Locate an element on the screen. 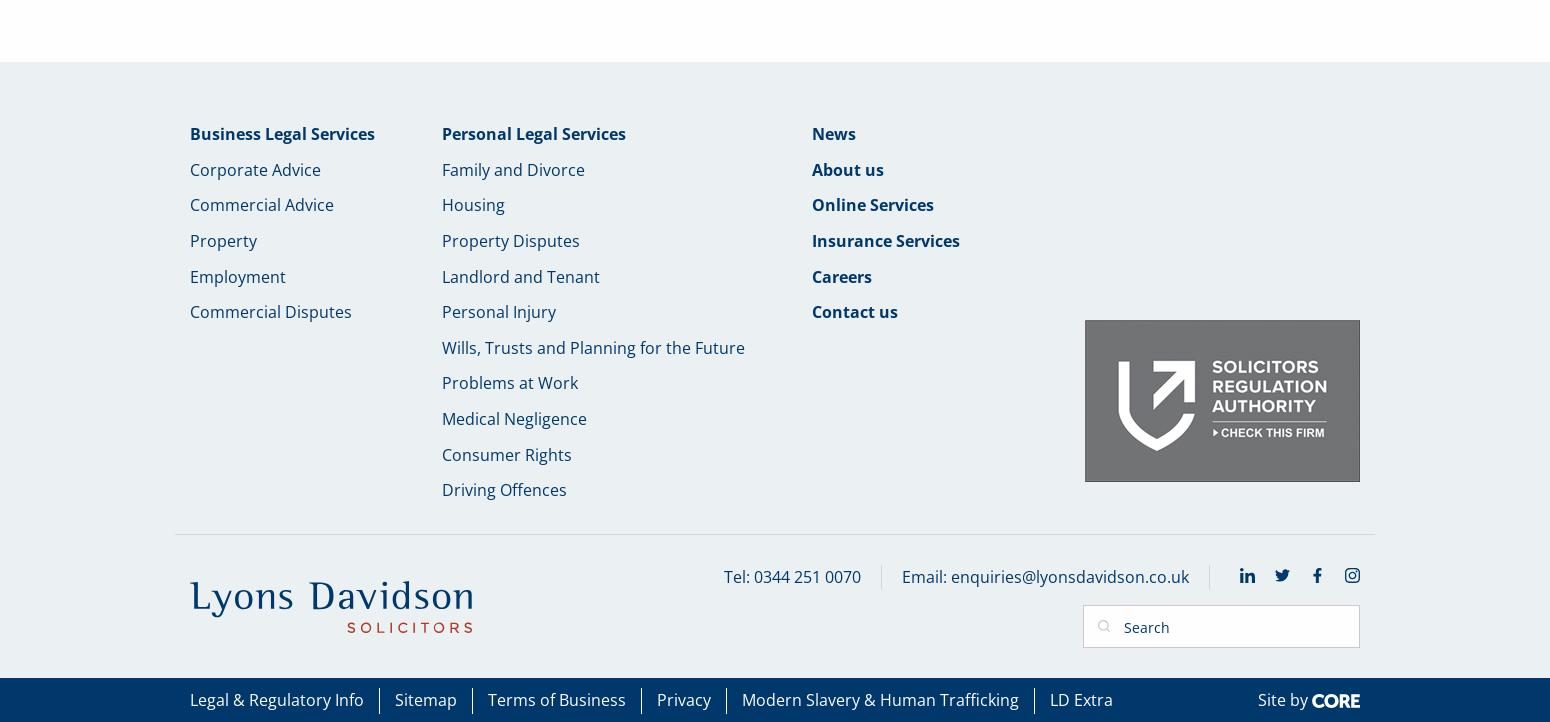 This screenshot has height=722, width=1550. 'Medical Negligence' is located at coordinates (513, 418).